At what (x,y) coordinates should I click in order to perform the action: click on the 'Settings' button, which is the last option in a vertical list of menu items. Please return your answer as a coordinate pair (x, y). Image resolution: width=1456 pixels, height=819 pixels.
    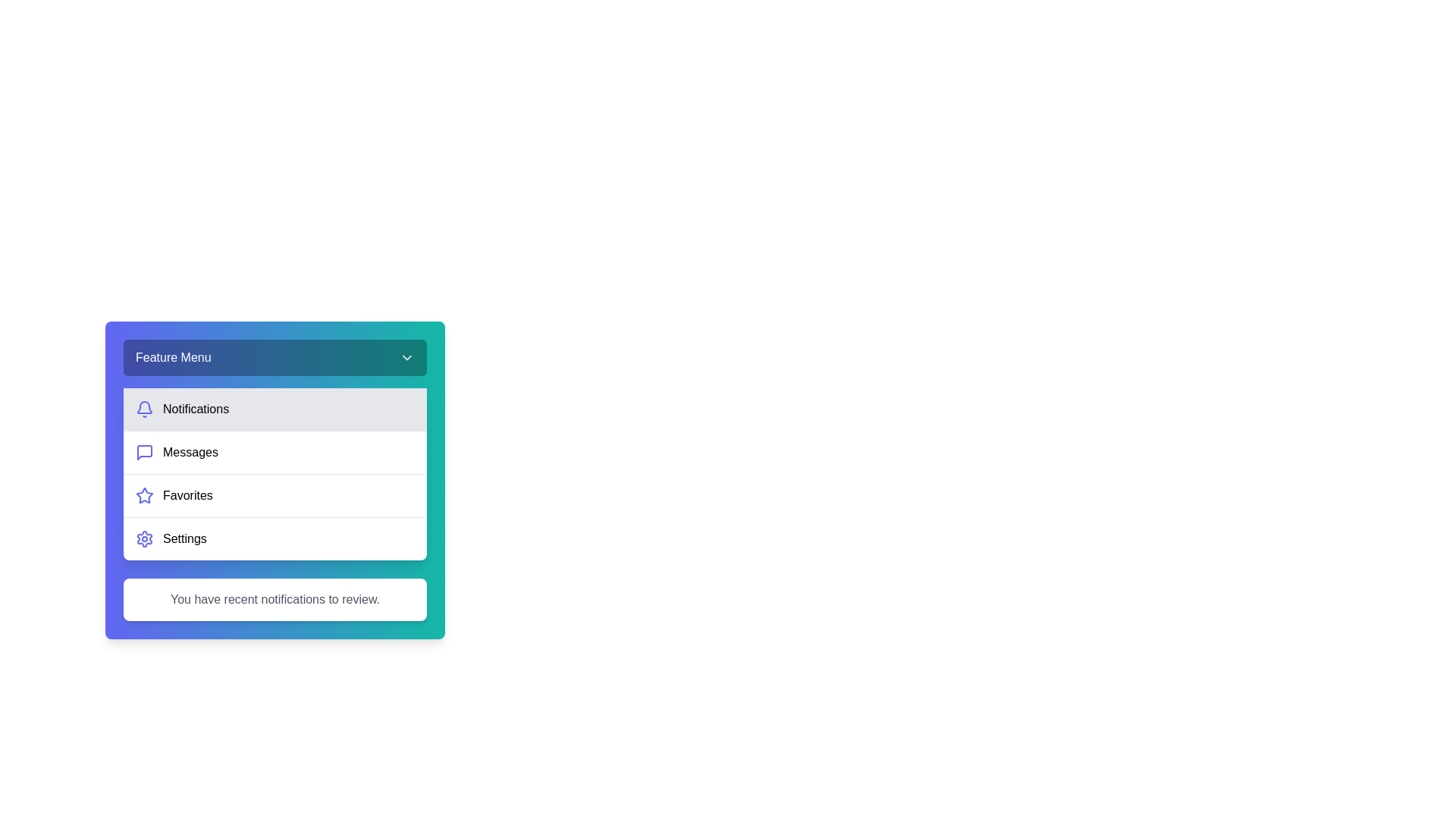
    Looking at the image, I should click on (275, 538).